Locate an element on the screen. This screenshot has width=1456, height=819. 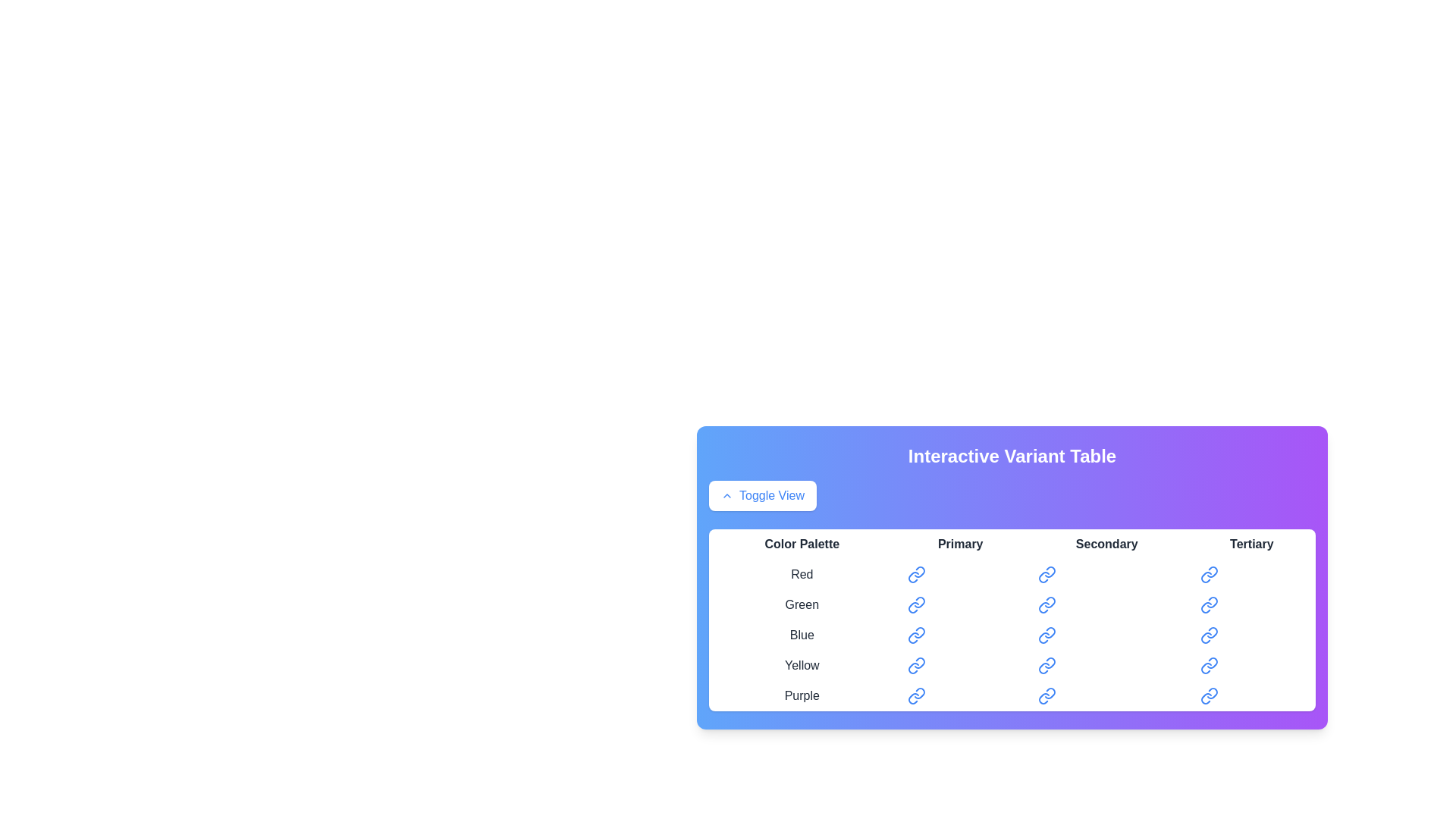
the Hyperlink icon, which is a blue chain link styled element located in the 'Interactive Variant Table' under the 'Secondary' column and the row for 'Purple' is located at coordinates (1046, 696).